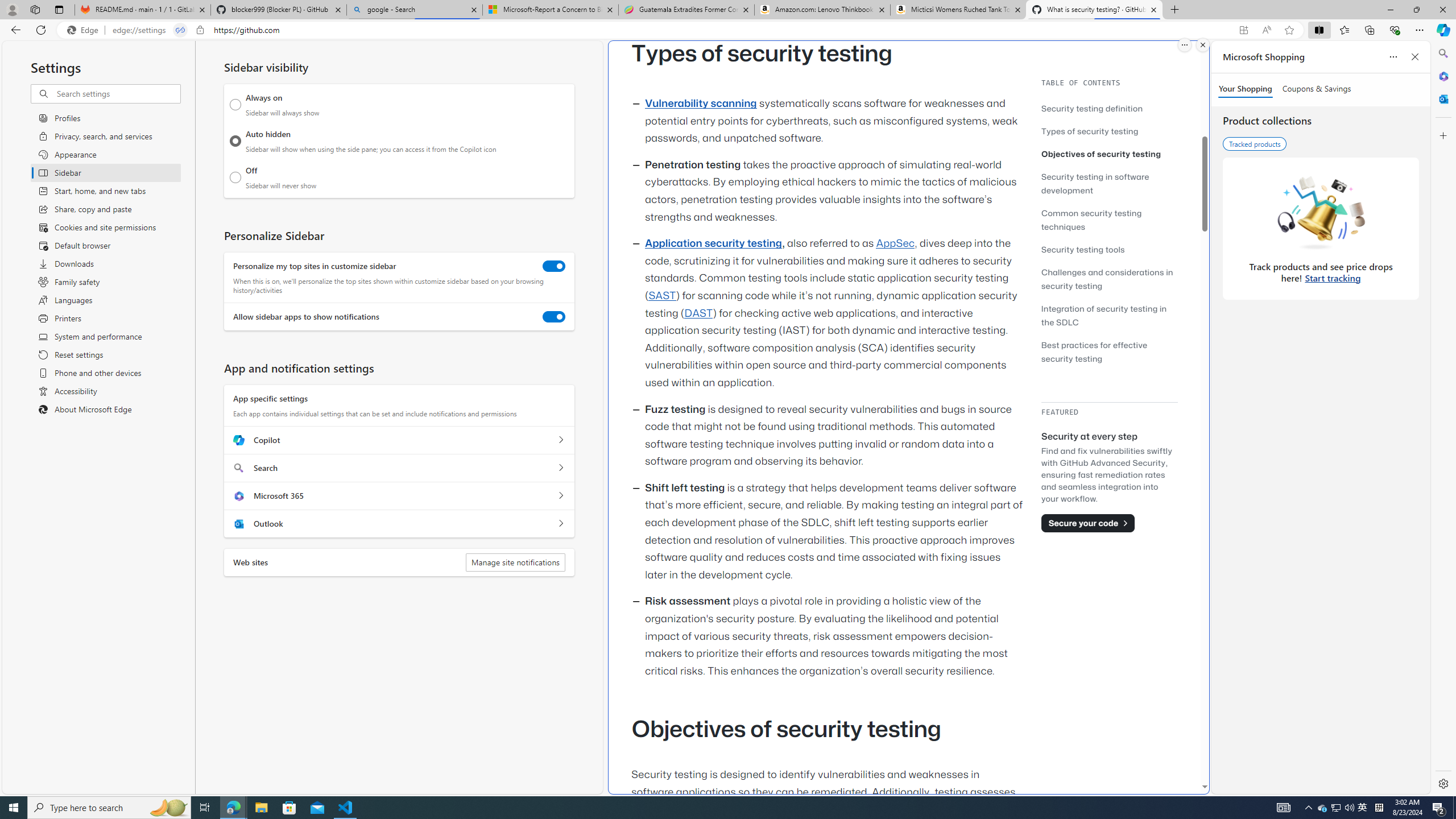 Image resolution: width=1456 pixels, height=819 pixels. What do you see at coordinates (1184, 44) in the screenshot?
I see `'More options.'` at bounding box center [1184, 44].